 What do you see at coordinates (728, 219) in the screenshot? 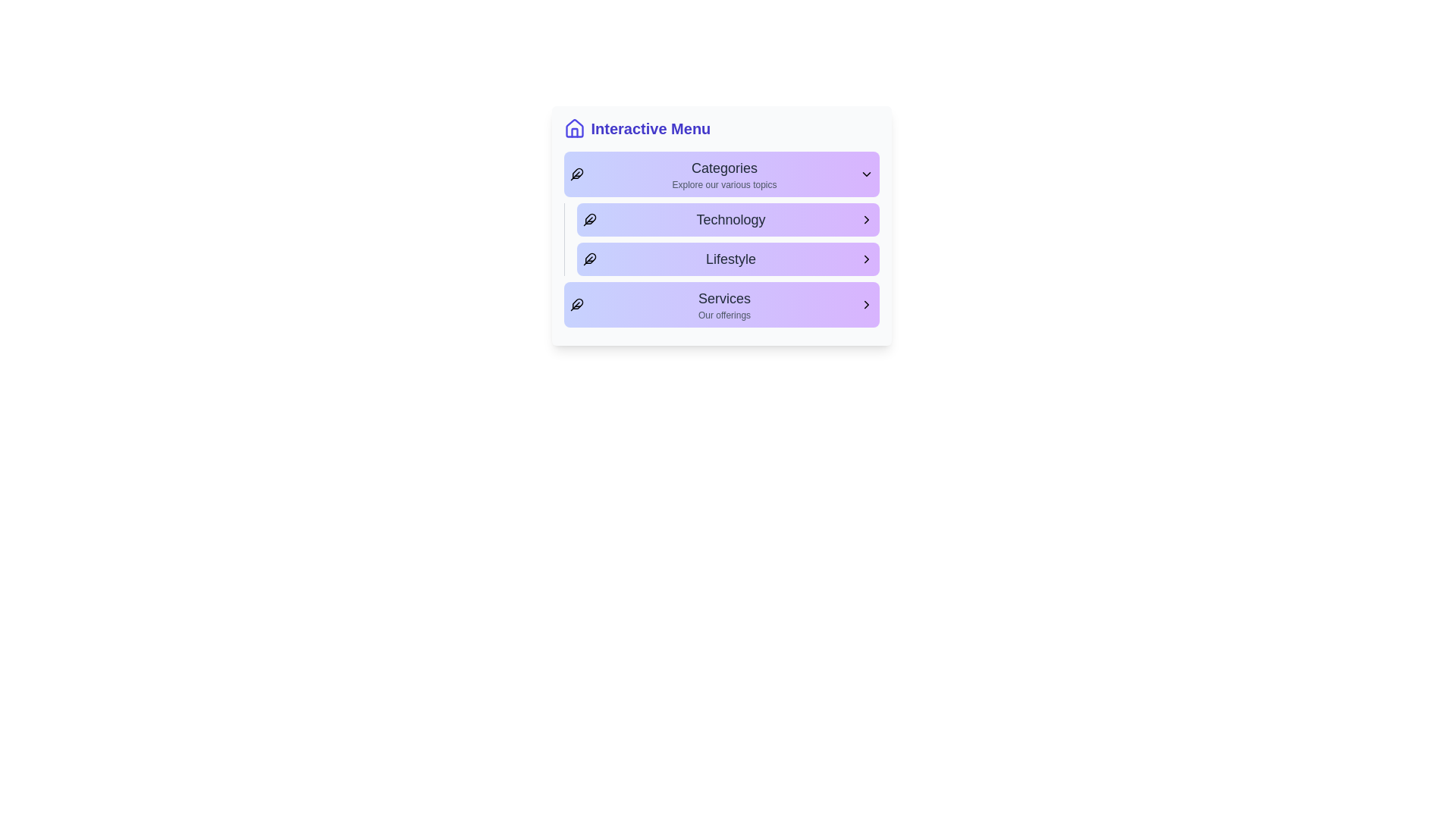
I see `the 'Technology' button located below the 'Categories' button and above the 'Lifestyle' button in the menu` at bounding box center [728, 219].